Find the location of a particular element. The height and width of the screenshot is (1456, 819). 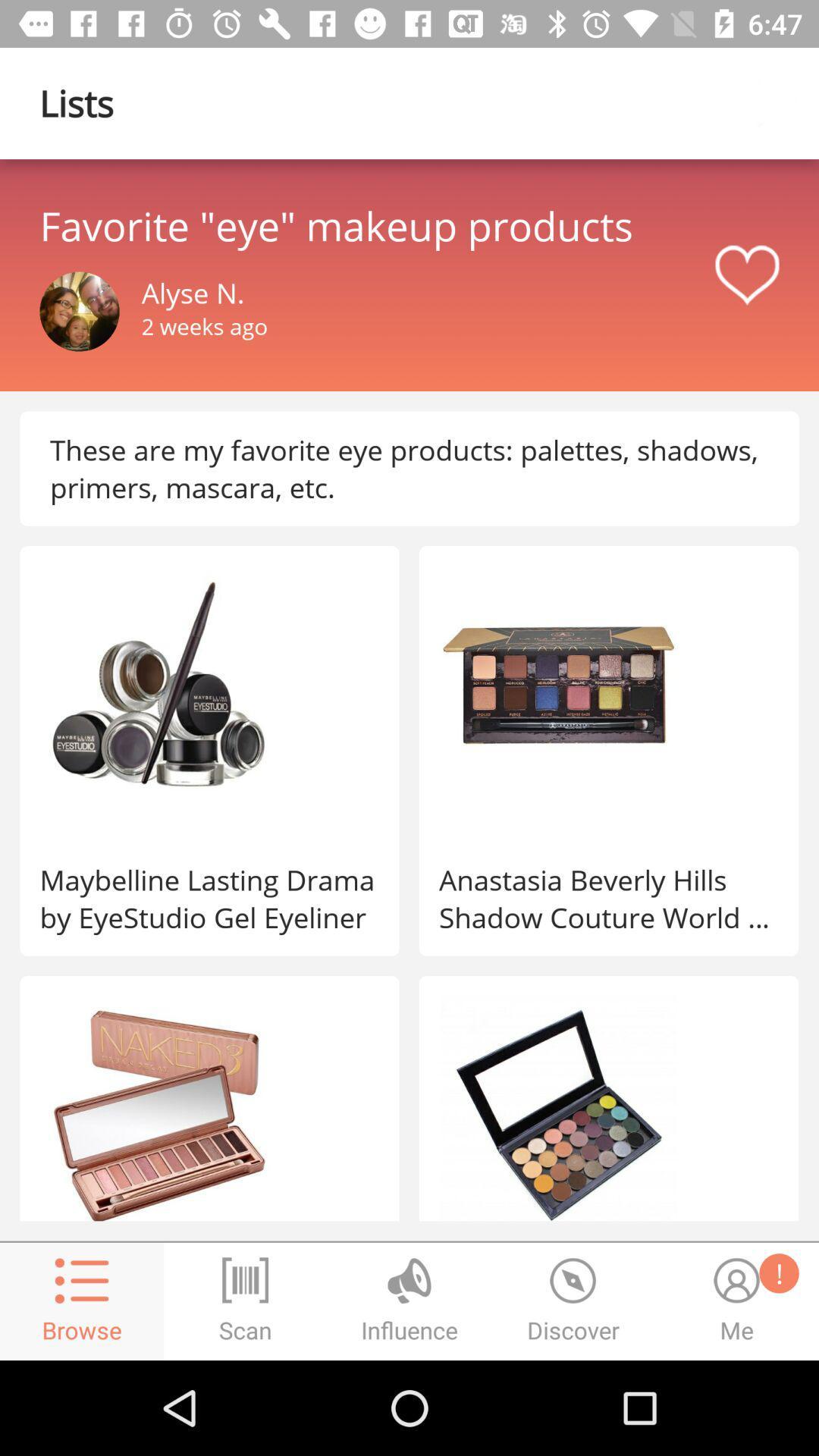

the favorite icon is located at coordinates (746, 275).